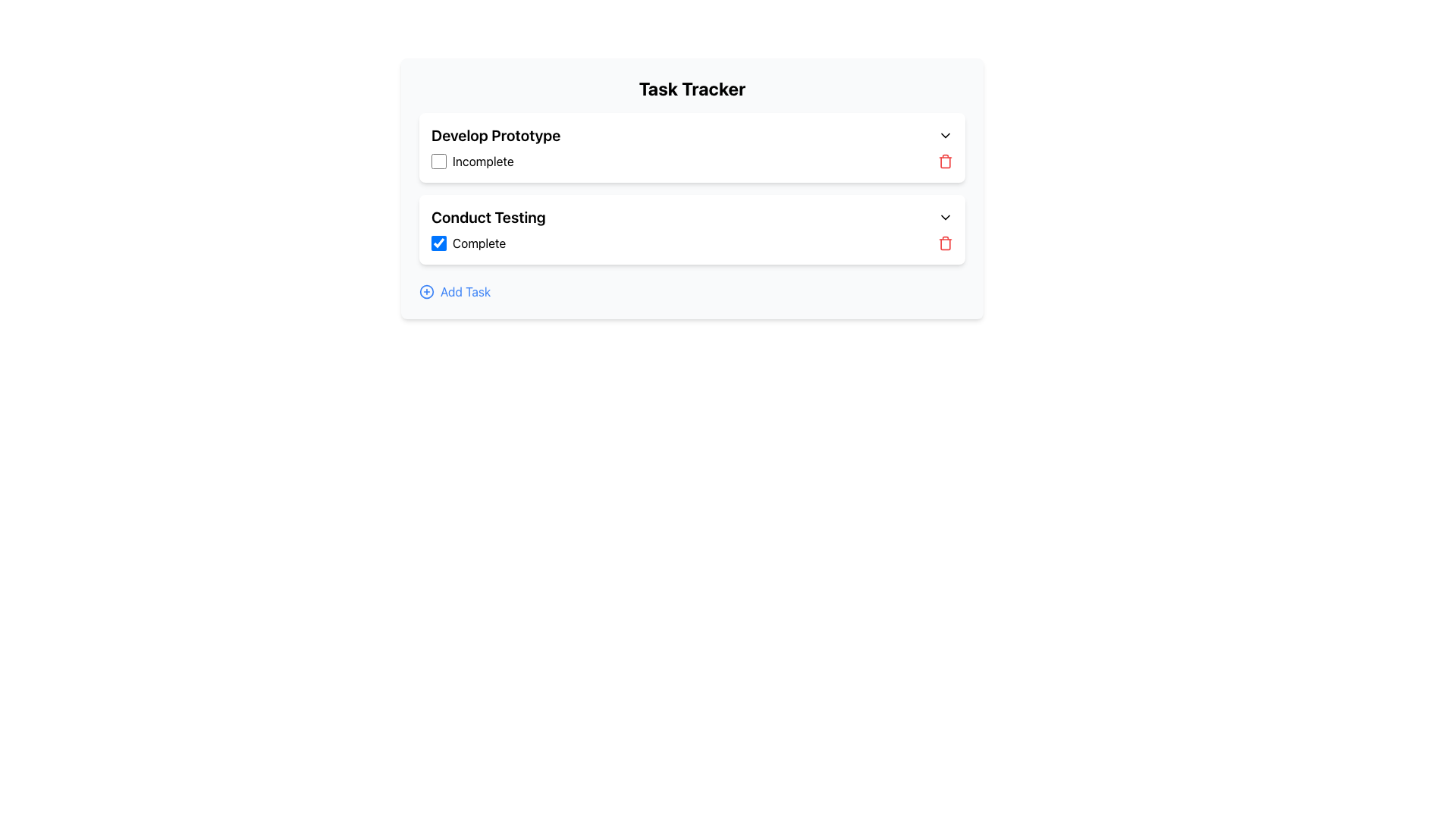 This screenshot has width=1456, height=819. Describe the element at coordinates (691, 230) in the screenshot. I see `the dropdown arrow of the second task box in the task tracking interface` at that location.